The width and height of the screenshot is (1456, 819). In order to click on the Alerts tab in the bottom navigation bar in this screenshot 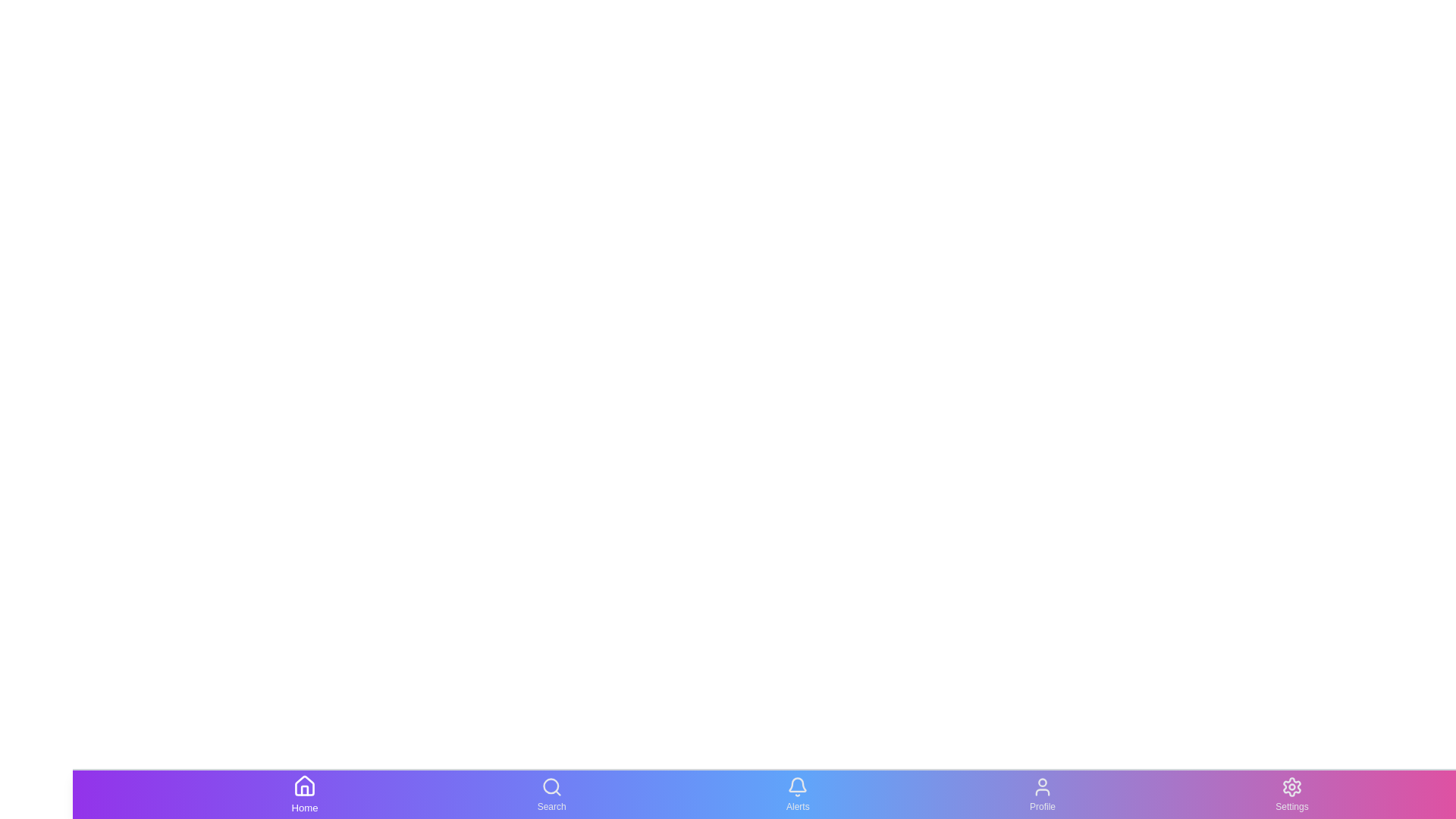, I will do `click(796, 794)`.